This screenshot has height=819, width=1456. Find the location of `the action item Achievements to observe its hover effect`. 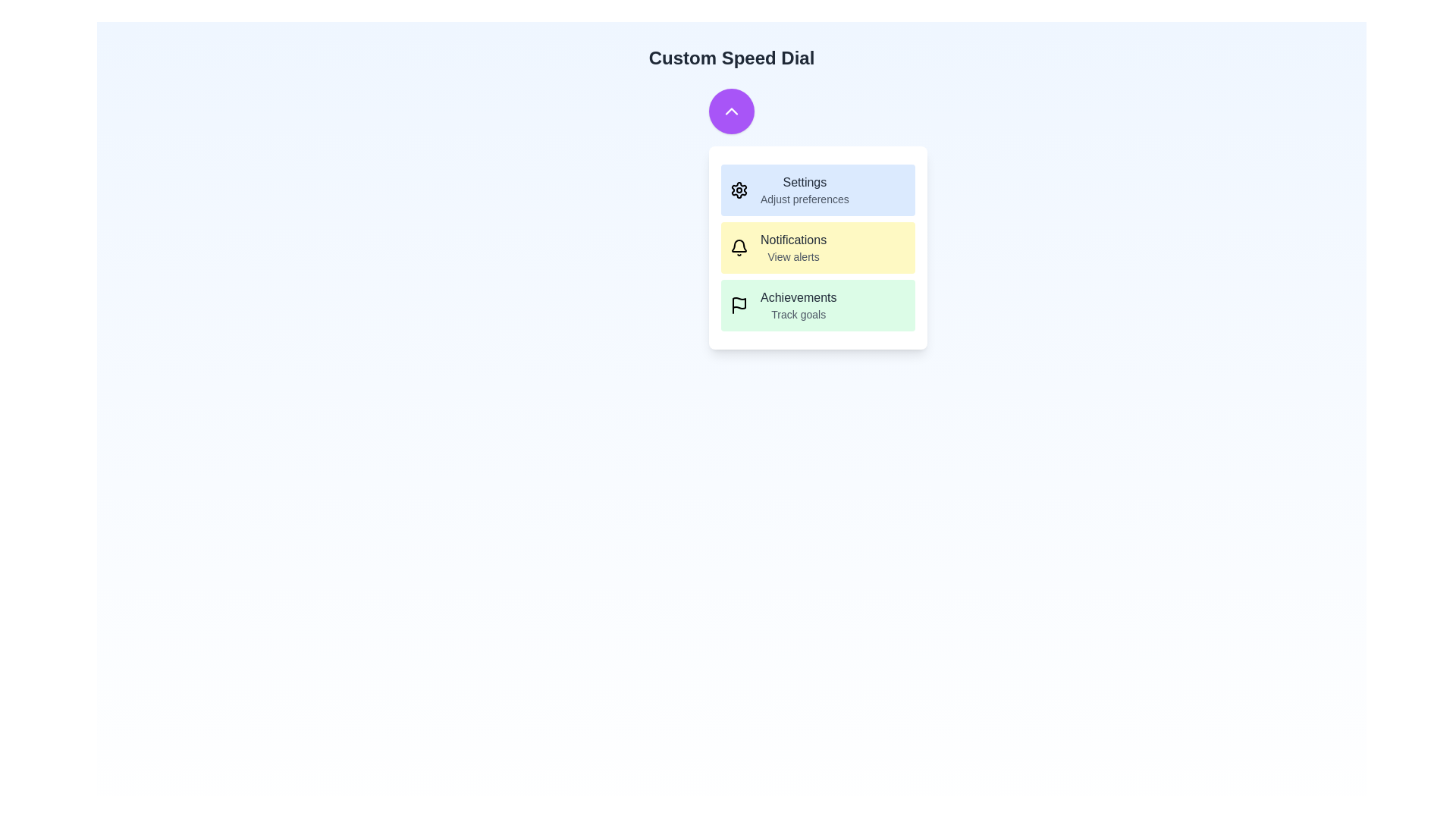

the action item Achievements to observe its hover effect is located at coordinates (817, 305).